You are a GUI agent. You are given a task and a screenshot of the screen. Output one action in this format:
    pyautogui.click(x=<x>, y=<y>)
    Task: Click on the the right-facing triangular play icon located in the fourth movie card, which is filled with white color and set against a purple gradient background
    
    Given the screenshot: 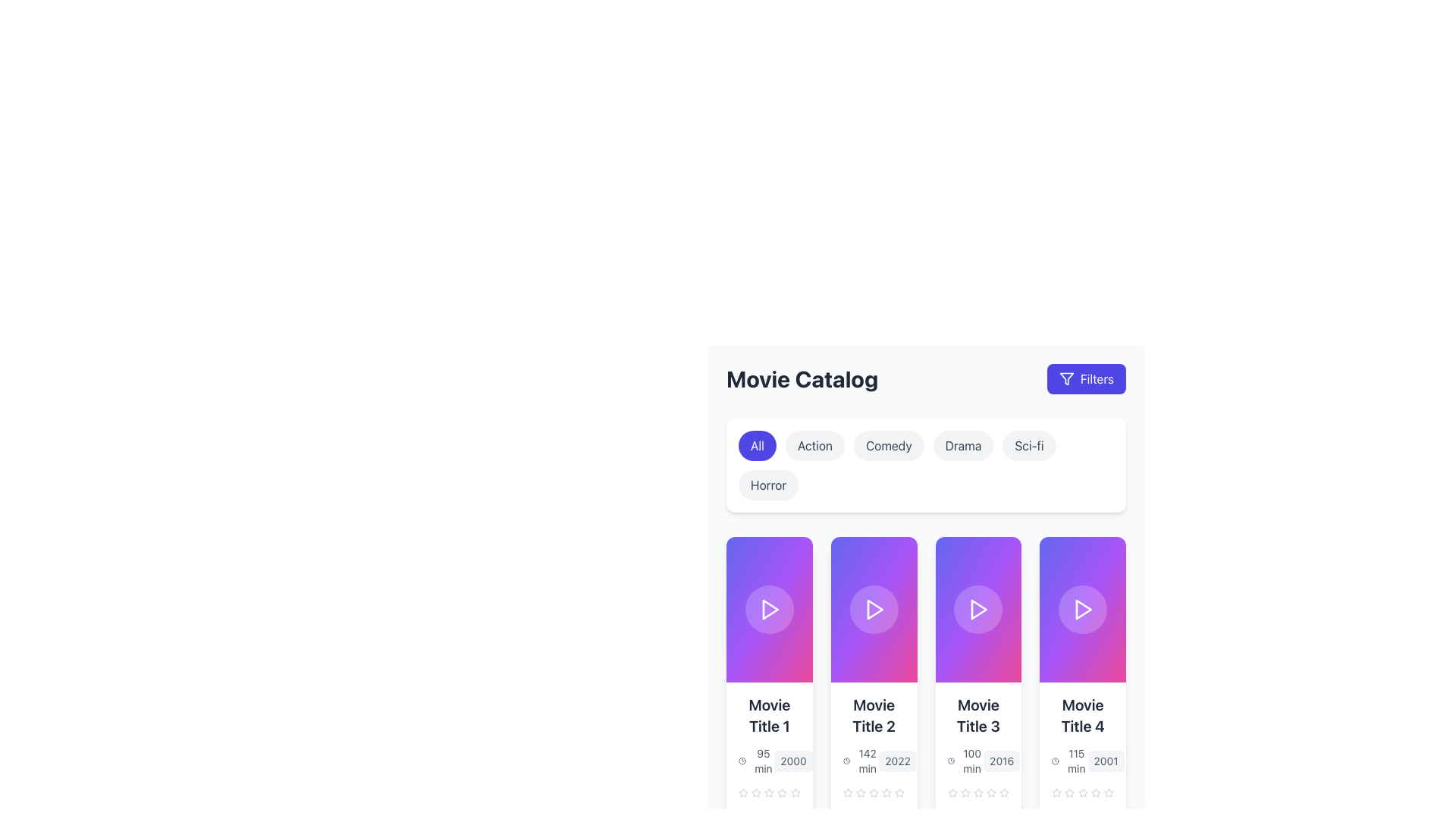 What is the action you would take?
    pyautogui.click(x=1083, y=608)
    